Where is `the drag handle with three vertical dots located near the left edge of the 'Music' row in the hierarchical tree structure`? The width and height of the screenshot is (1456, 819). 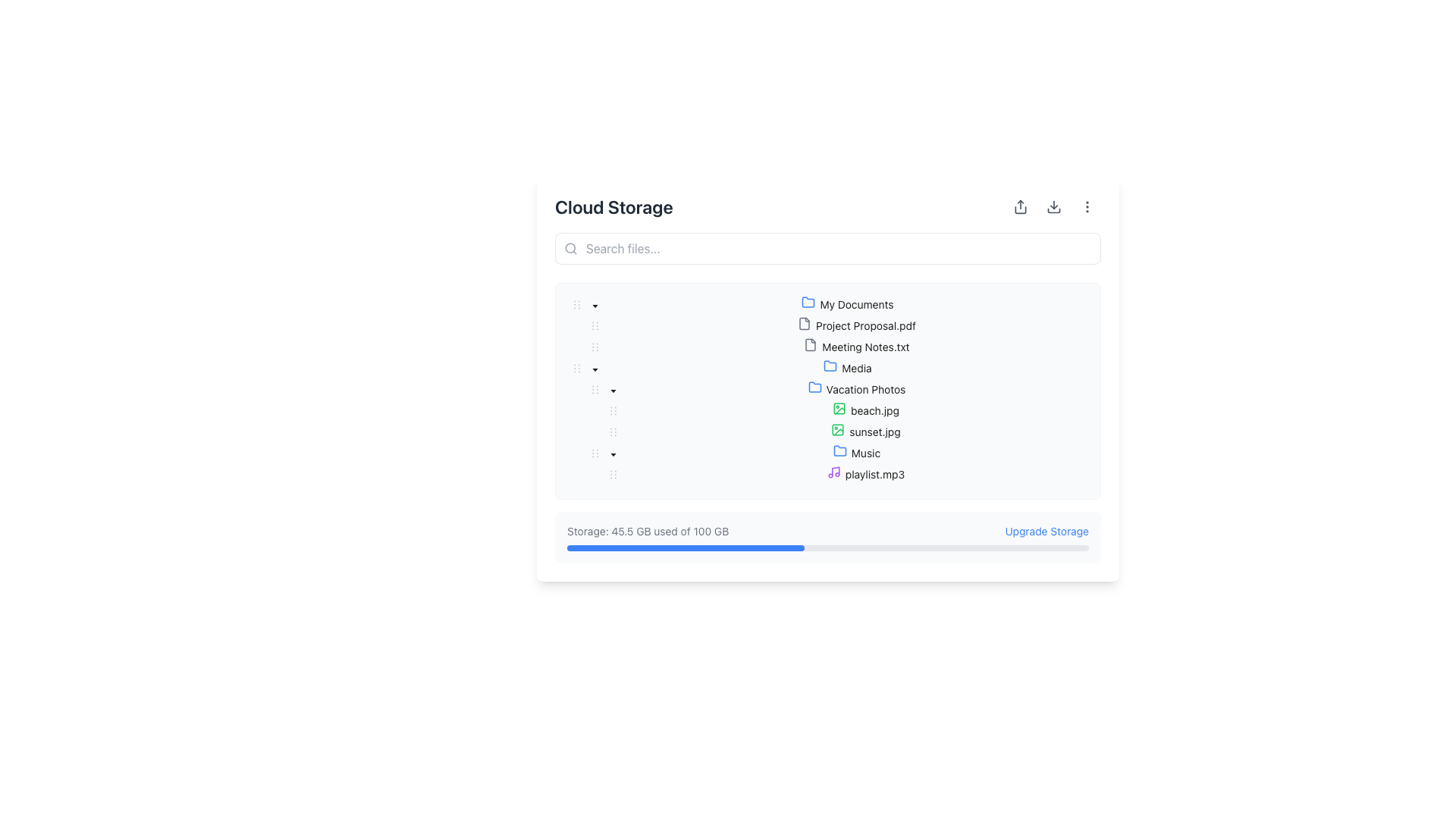 the drag handle with three vertical dots located near the left edge of the 'Music' row in the hierarchical tree structure is located at coordinates (595, 452).